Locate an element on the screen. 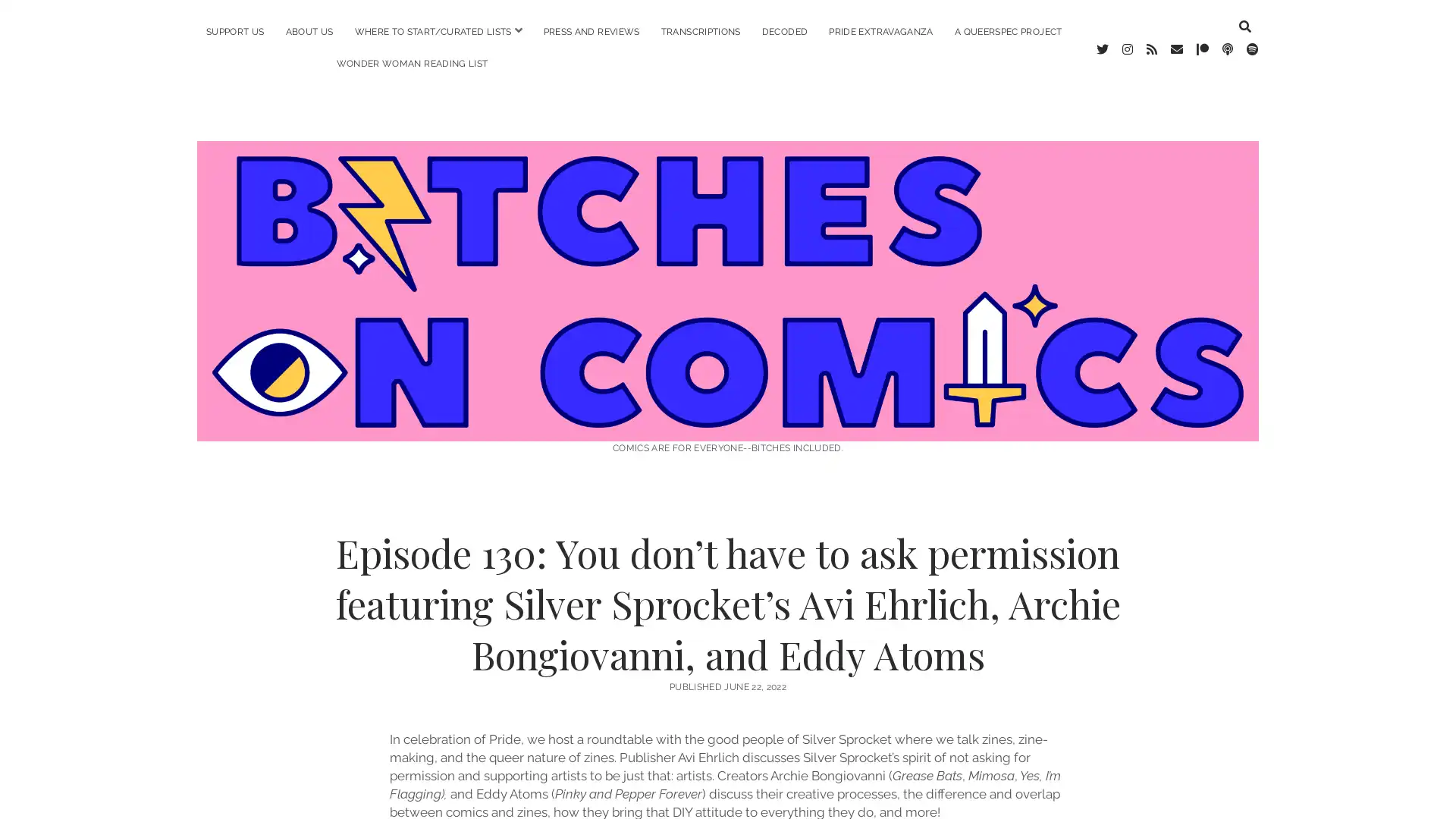  open menu is located at coordinates (517, 30).